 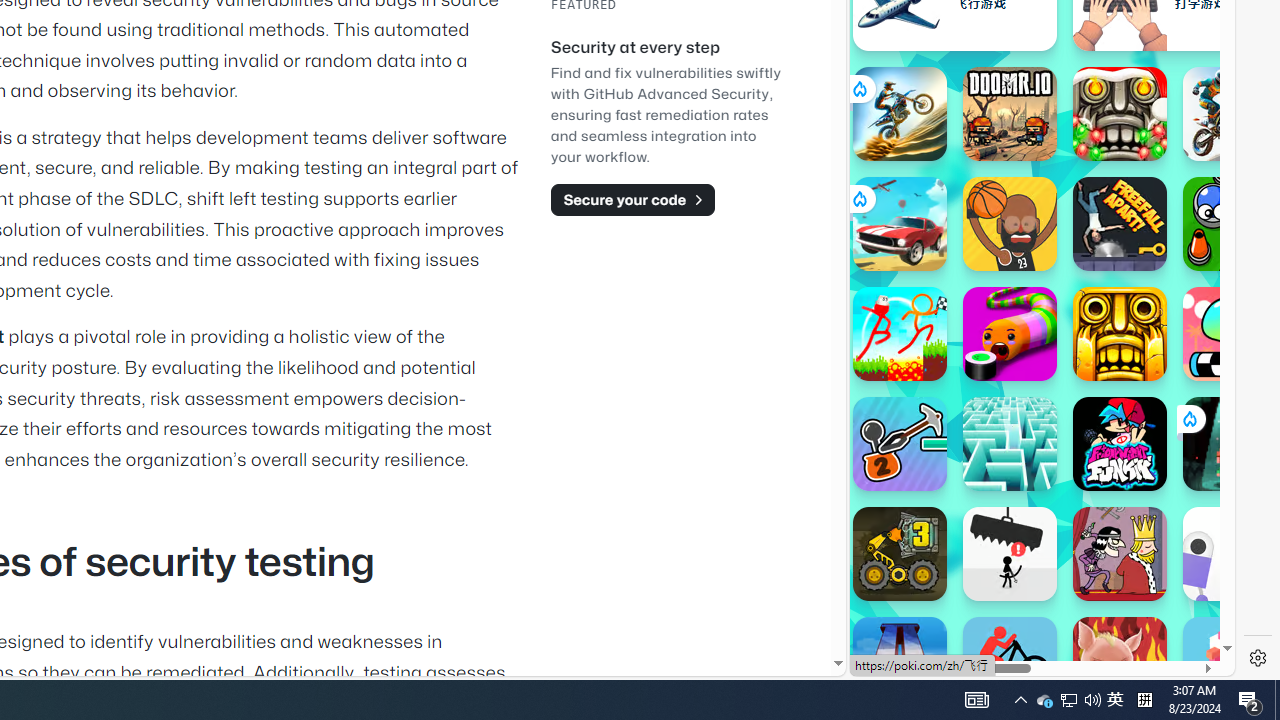 What do you see at coordinates (1009, 554) in the screenshot?
I see `'Avoid Dying'` at bounding box center [1009, 554].